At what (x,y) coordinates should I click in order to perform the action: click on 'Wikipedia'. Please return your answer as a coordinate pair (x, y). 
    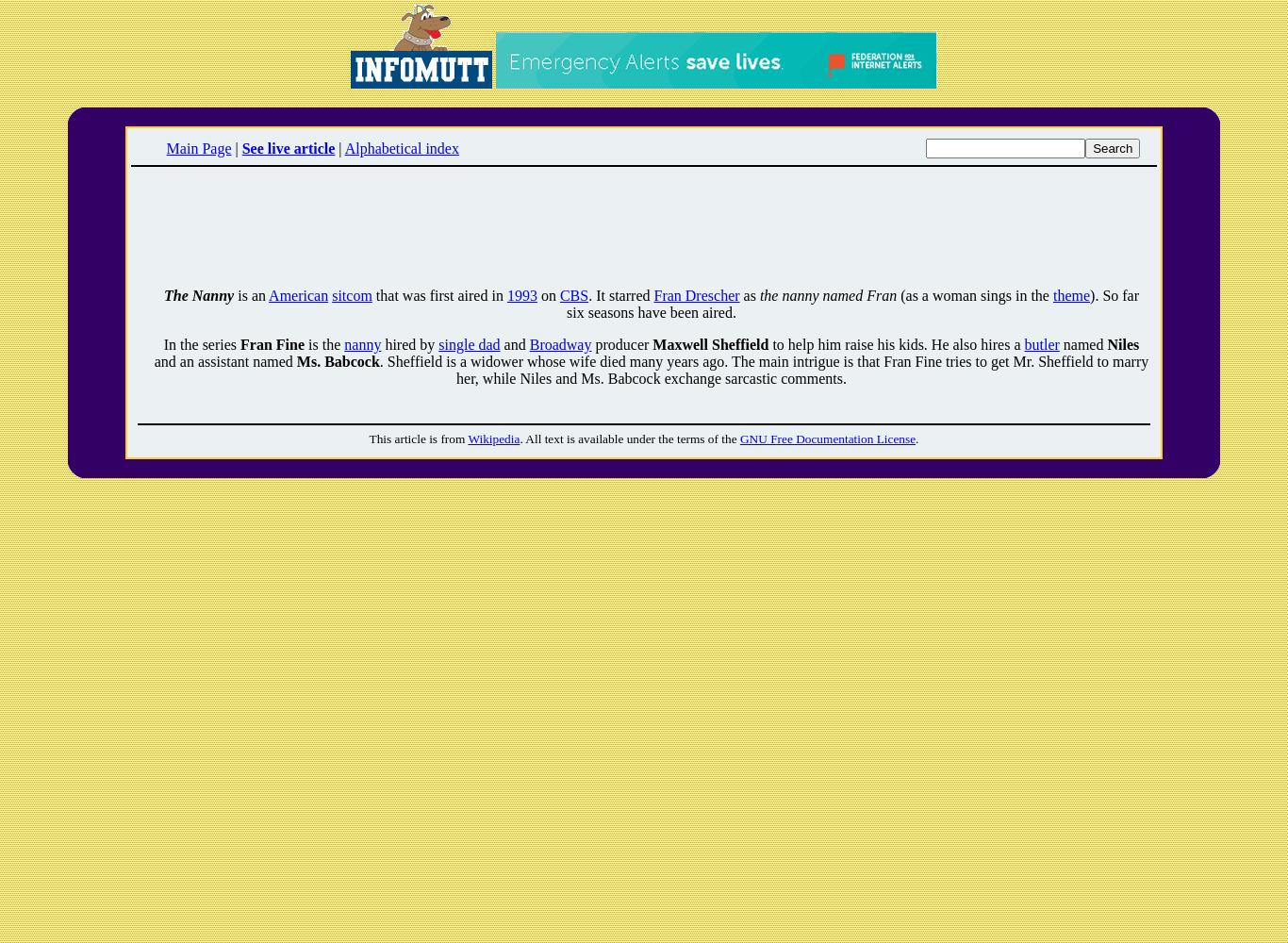
    Looking at the image, I should click on (493, 438).